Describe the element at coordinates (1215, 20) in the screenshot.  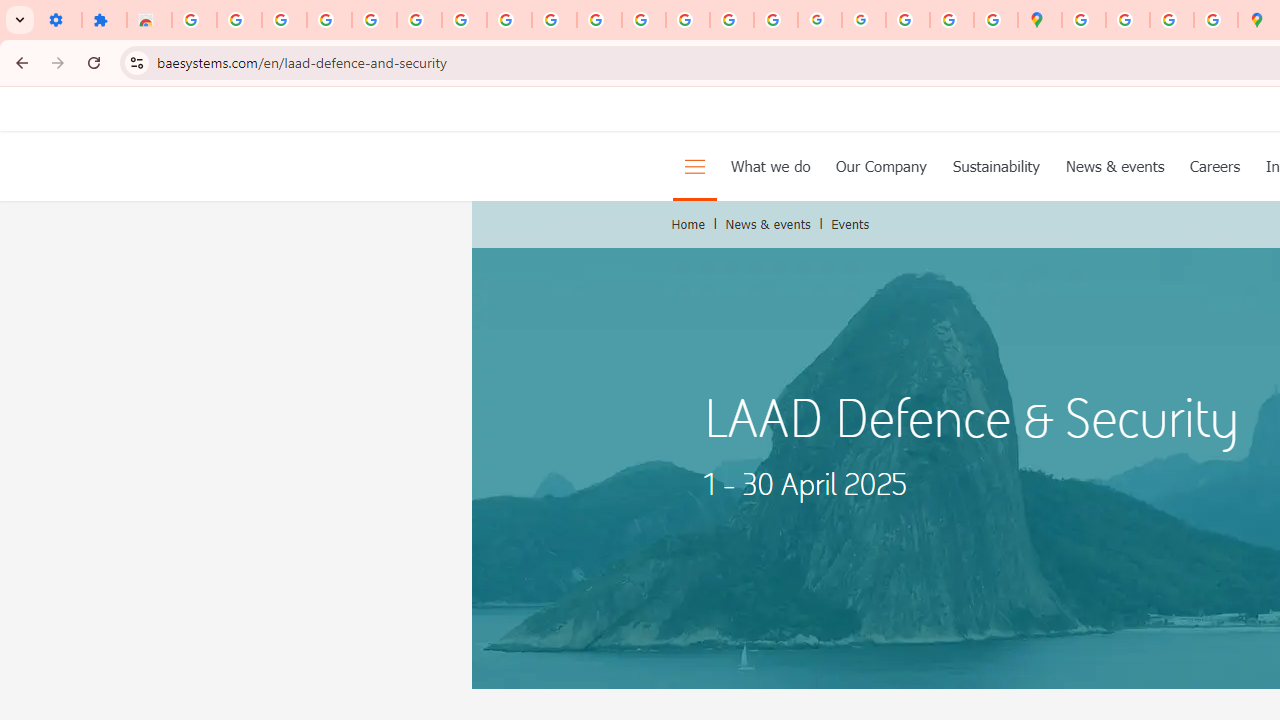
I see `'Safety in Our Products - Google Safety Center'` at that location.